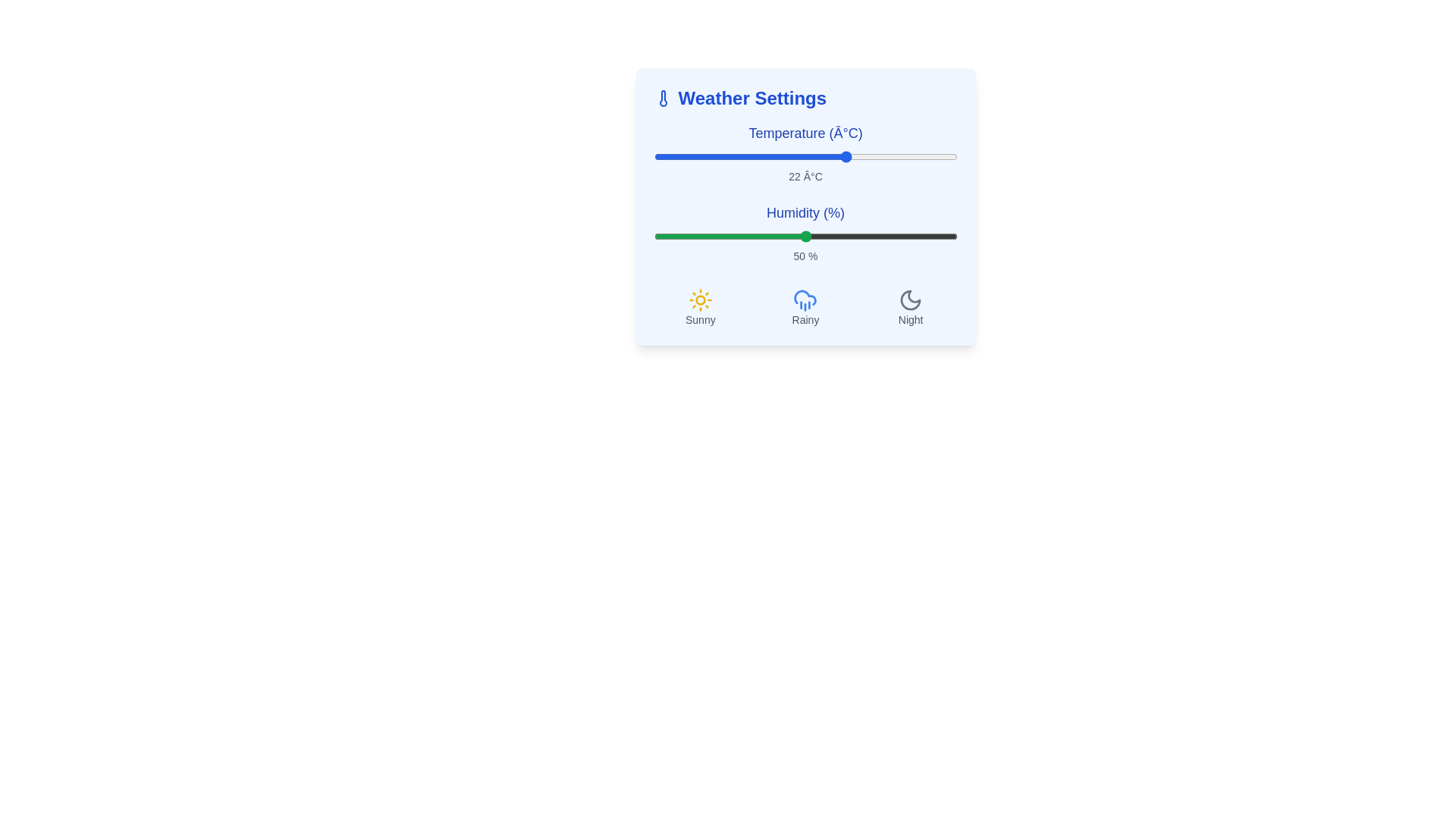 Image resolution: width=1456 pixels, height=819 pixels. I want to click on the blue '%' text symbol, which is aligned with the 'Humidity (%)' label in the weather settings box, so click(833, 213).